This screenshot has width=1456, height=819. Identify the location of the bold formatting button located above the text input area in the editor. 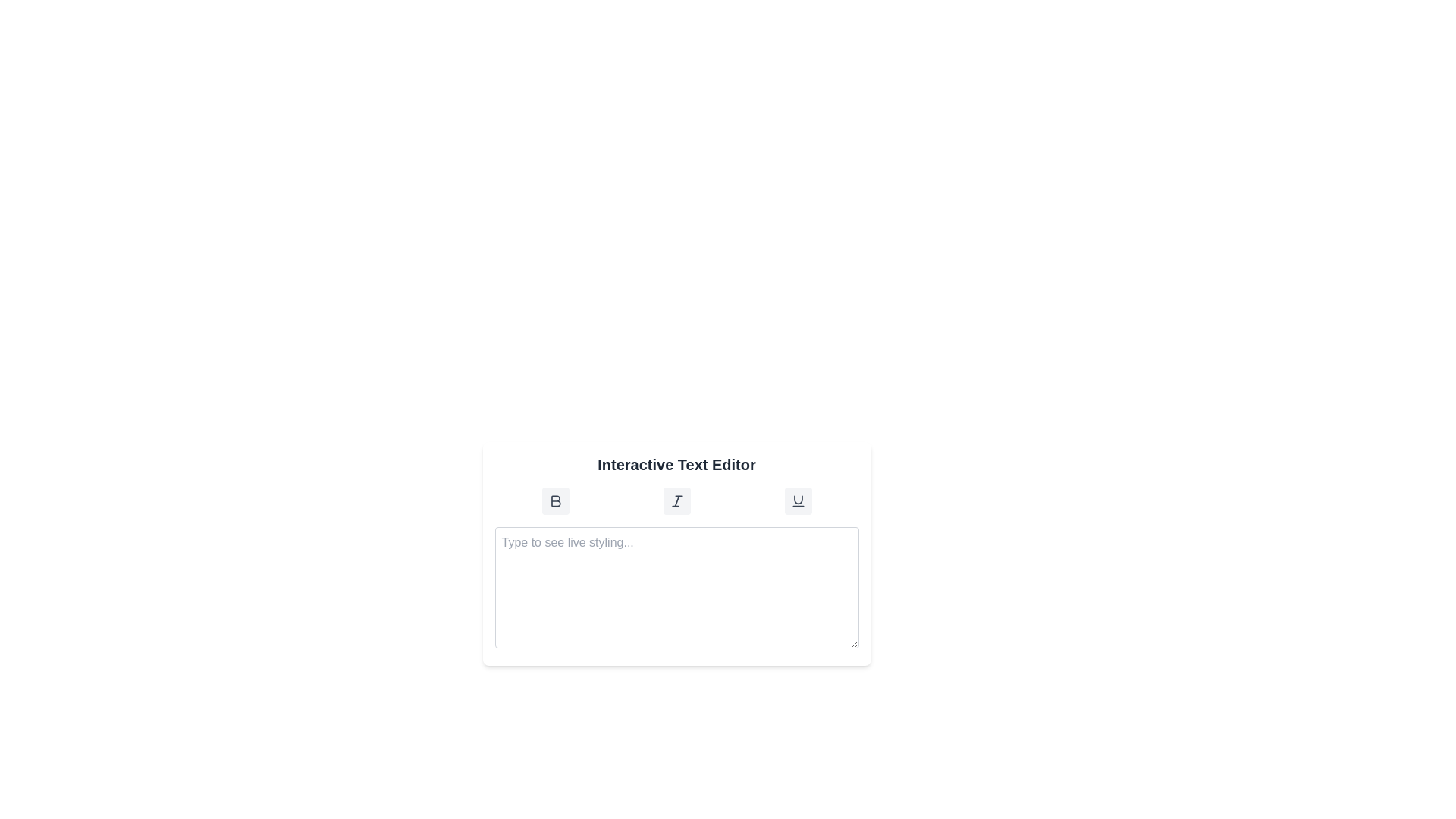
(554, 500).